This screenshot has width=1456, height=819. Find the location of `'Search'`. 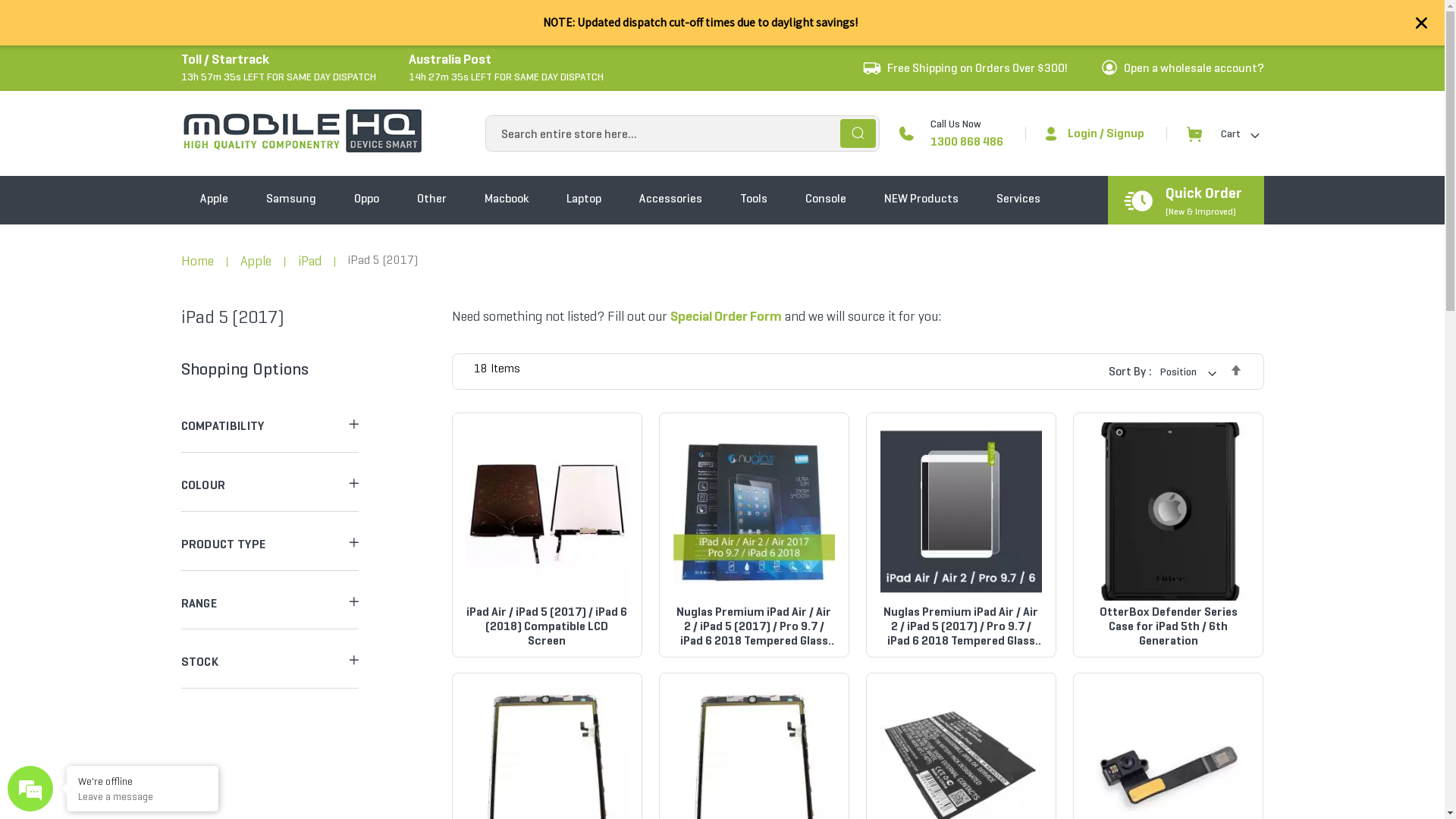

'Search' is located at coordinates (839, 87).